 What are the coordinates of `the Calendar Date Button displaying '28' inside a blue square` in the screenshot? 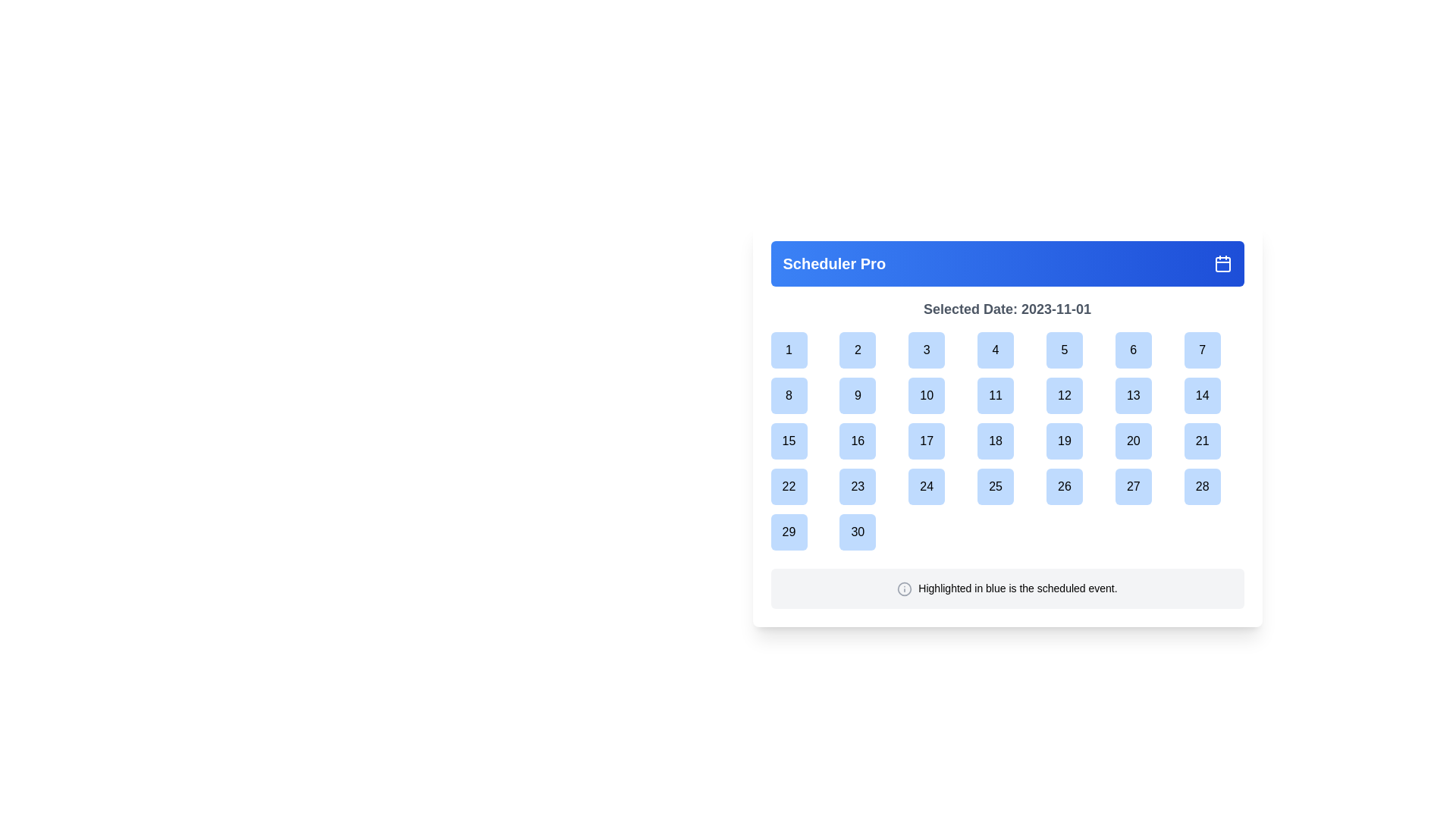 It's located at (1214, 486).